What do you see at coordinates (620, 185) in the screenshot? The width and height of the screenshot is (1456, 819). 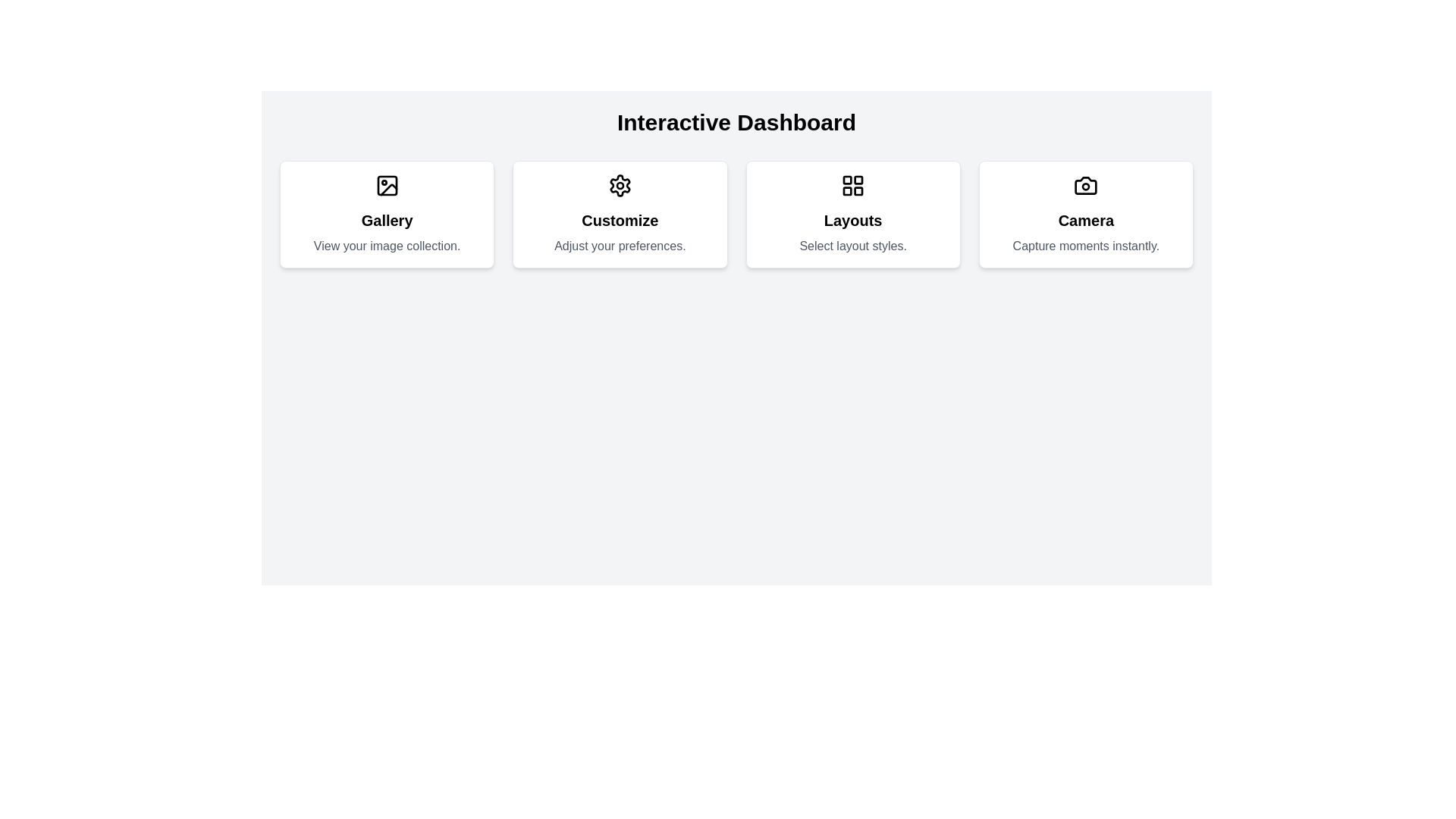 I see `the cogwheel-shaped icon representing settings functionality, located in the 'Customize' section above the text 'Customize' and 'Adjust your preferences.'` at bounding box center [620, 185].